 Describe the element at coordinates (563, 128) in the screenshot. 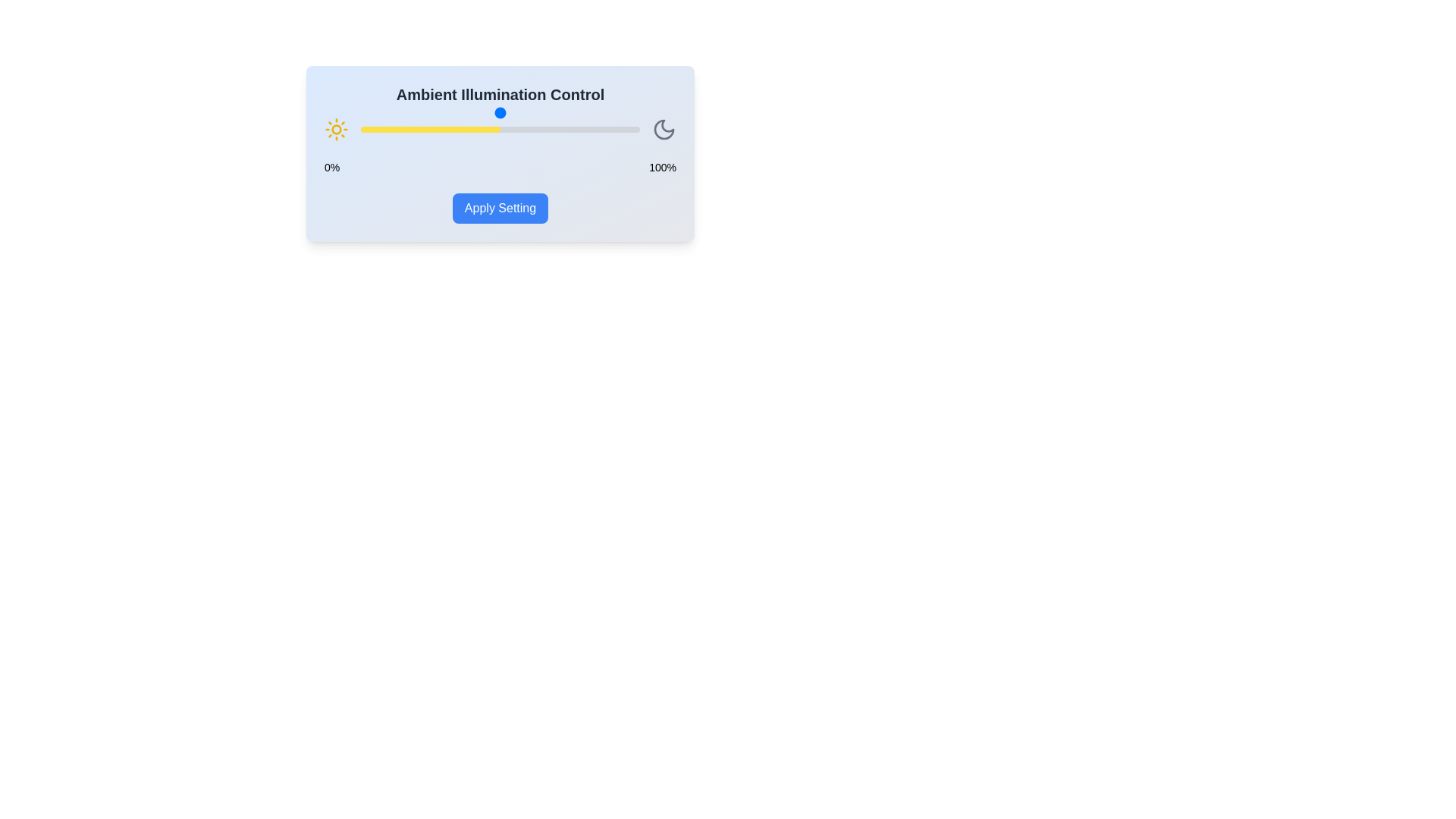

I see `the illumination slider to 73%` at that location.